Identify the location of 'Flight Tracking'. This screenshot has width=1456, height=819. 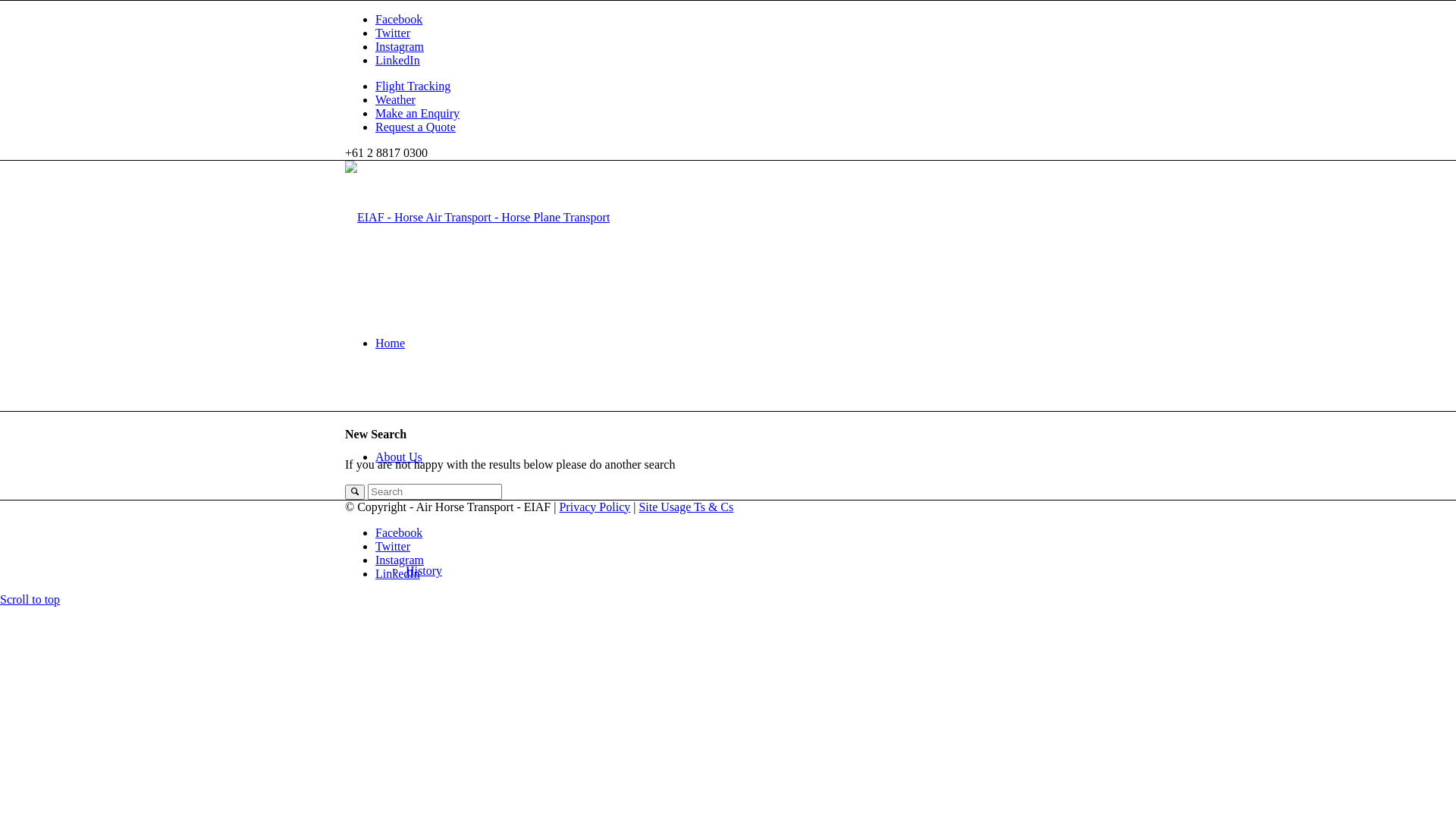
(413, 86).